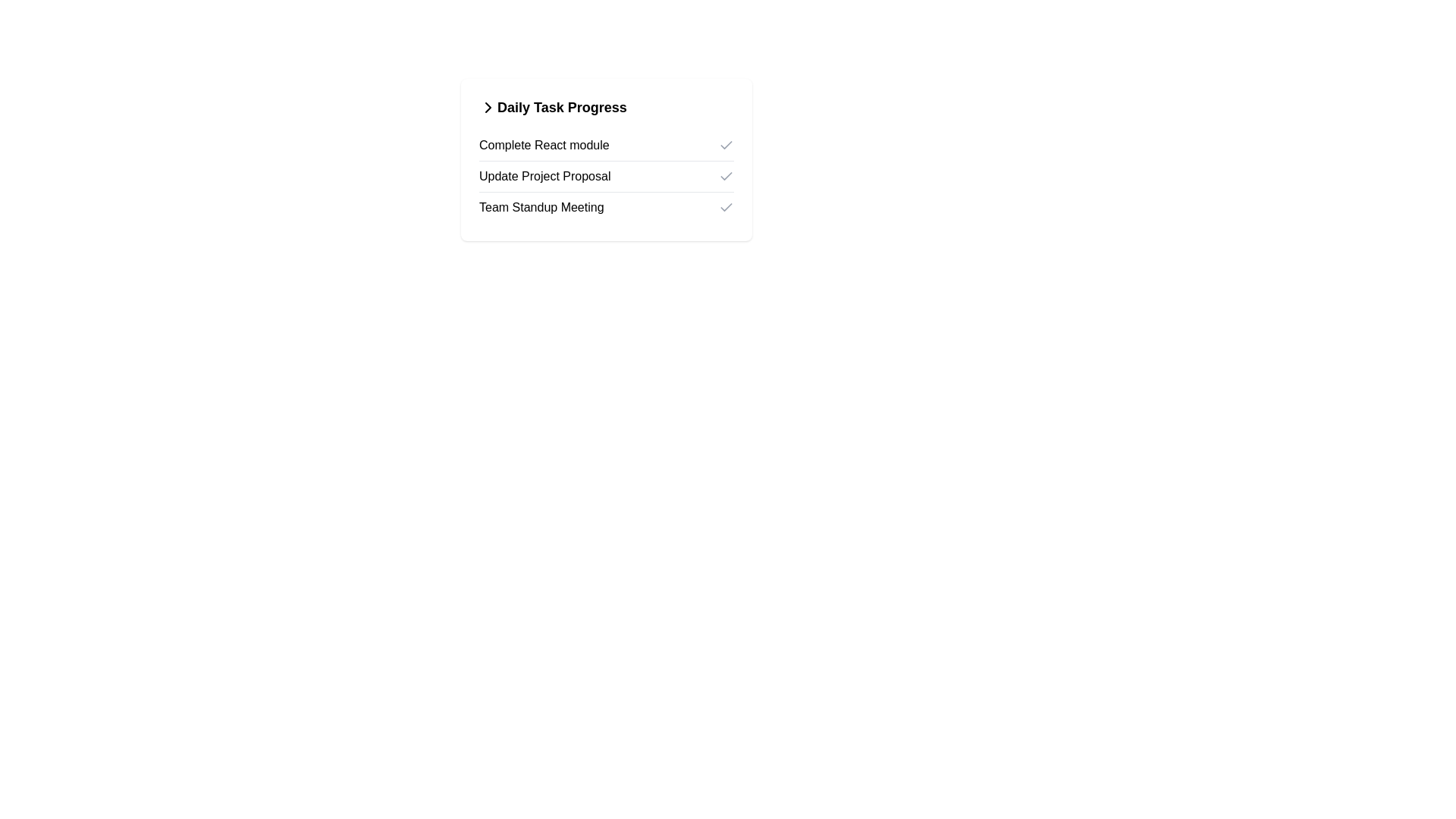 Image resolution: width=1456 pixels, height=819 pixels. Describe the element at coordinates (726, 175) in the screenshot. I see `the check mark icon next to the 'Update Project Proposal' text label, which indicates an inactive or unselected state` at that location.